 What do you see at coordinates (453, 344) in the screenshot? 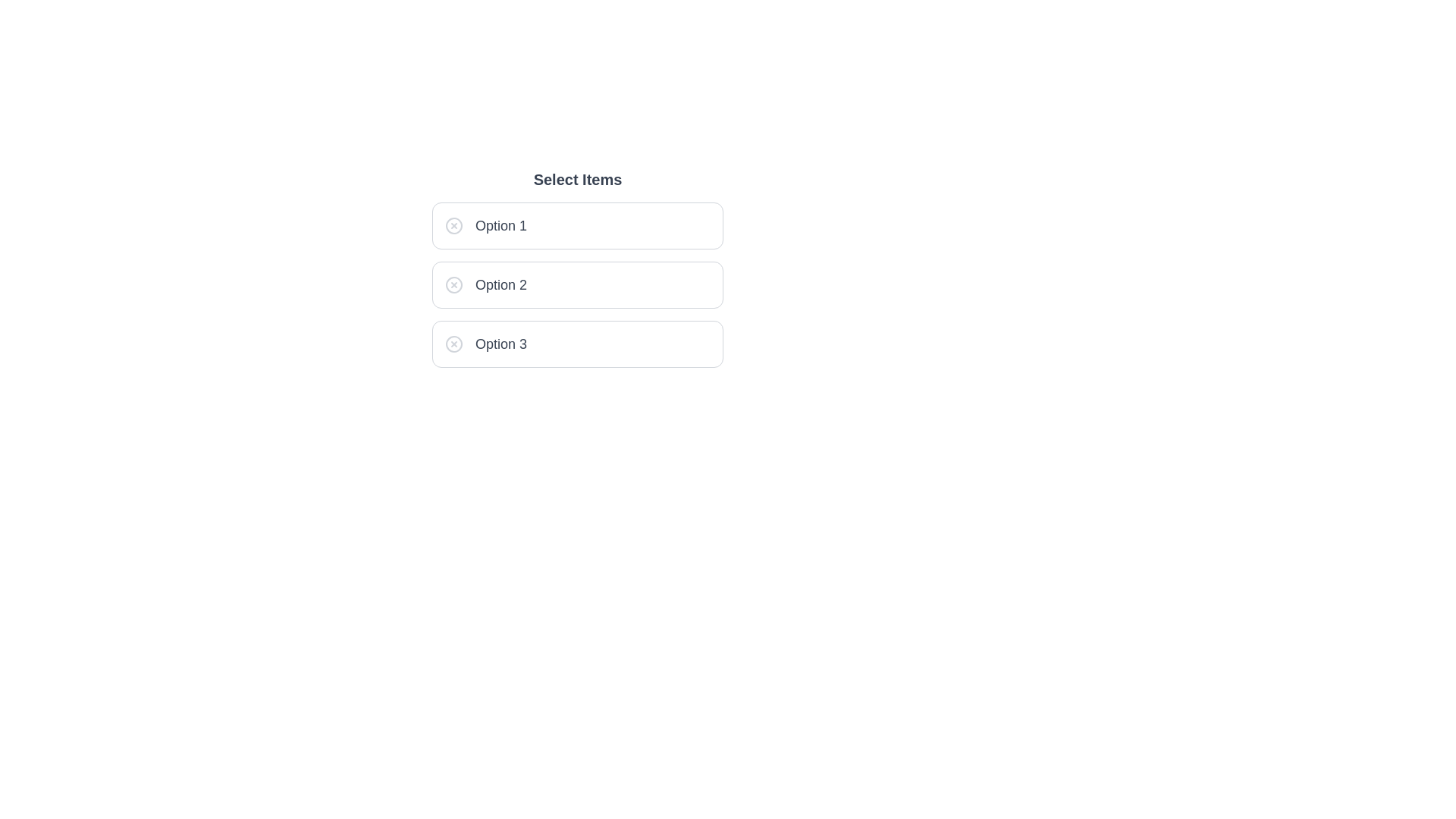
I see `the leftmost circle-X icon associated with 'Option 3'` at bounding box center [453, 344].